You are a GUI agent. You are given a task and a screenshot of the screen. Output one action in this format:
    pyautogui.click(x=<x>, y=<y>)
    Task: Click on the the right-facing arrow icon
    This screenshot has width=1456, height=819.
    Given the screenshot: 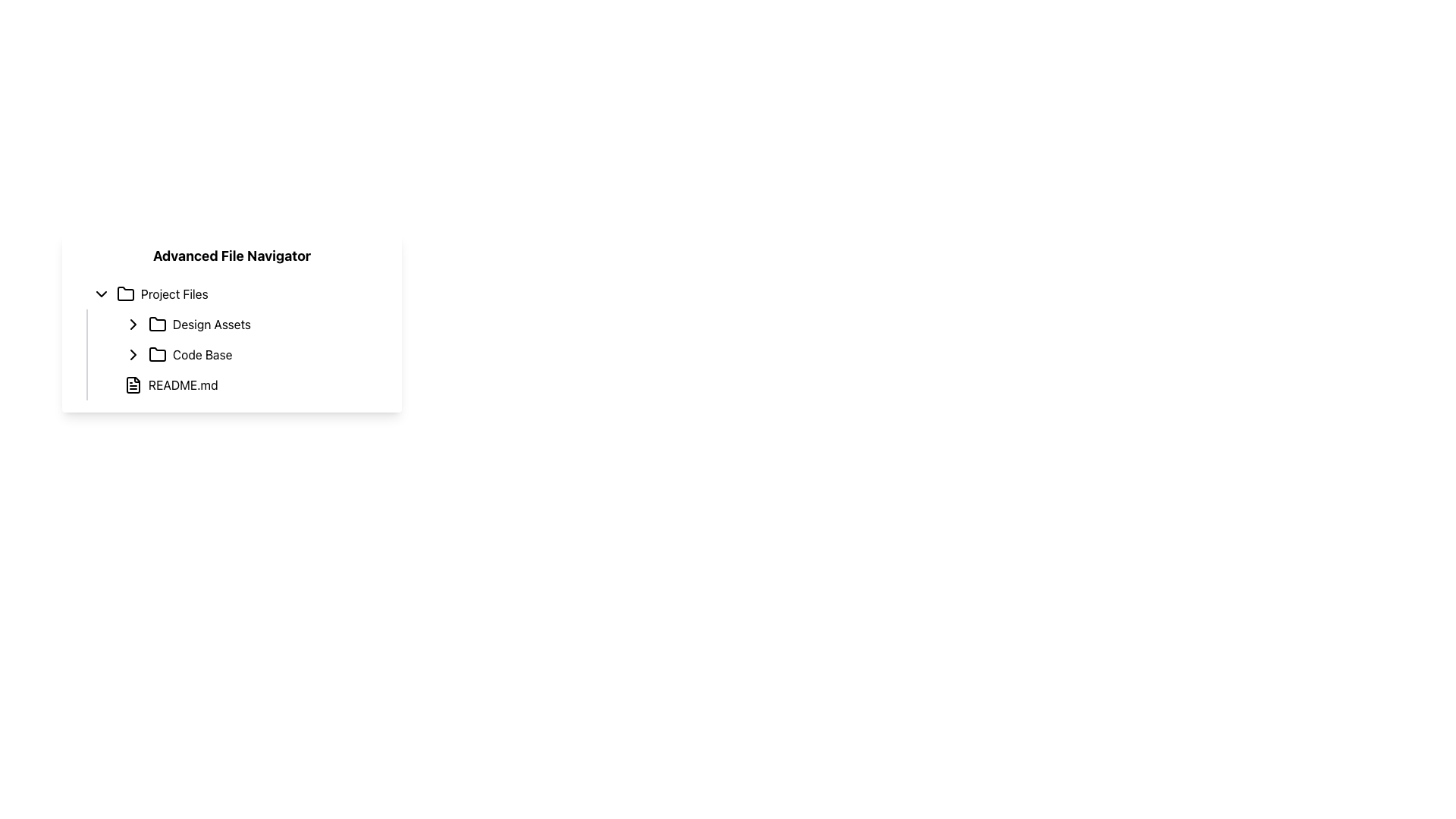 What is the action you would take?
    pyautogui.click(x=133, y=324)
    